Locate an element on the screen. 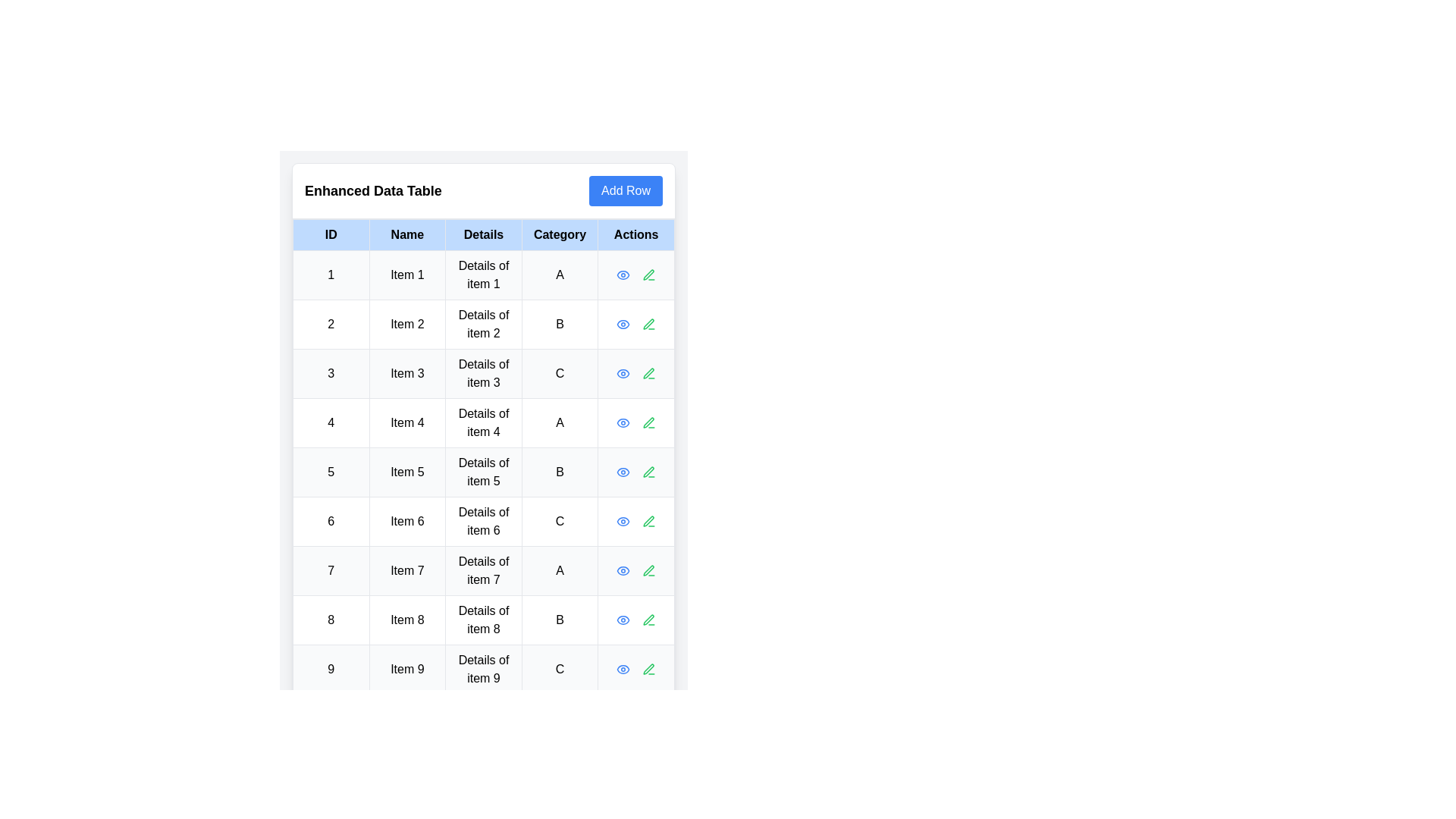  the 'Name' column header in the data table, which is the second header among five, providing a title for the corresponding column of item names is located at coordinates (407, 234).